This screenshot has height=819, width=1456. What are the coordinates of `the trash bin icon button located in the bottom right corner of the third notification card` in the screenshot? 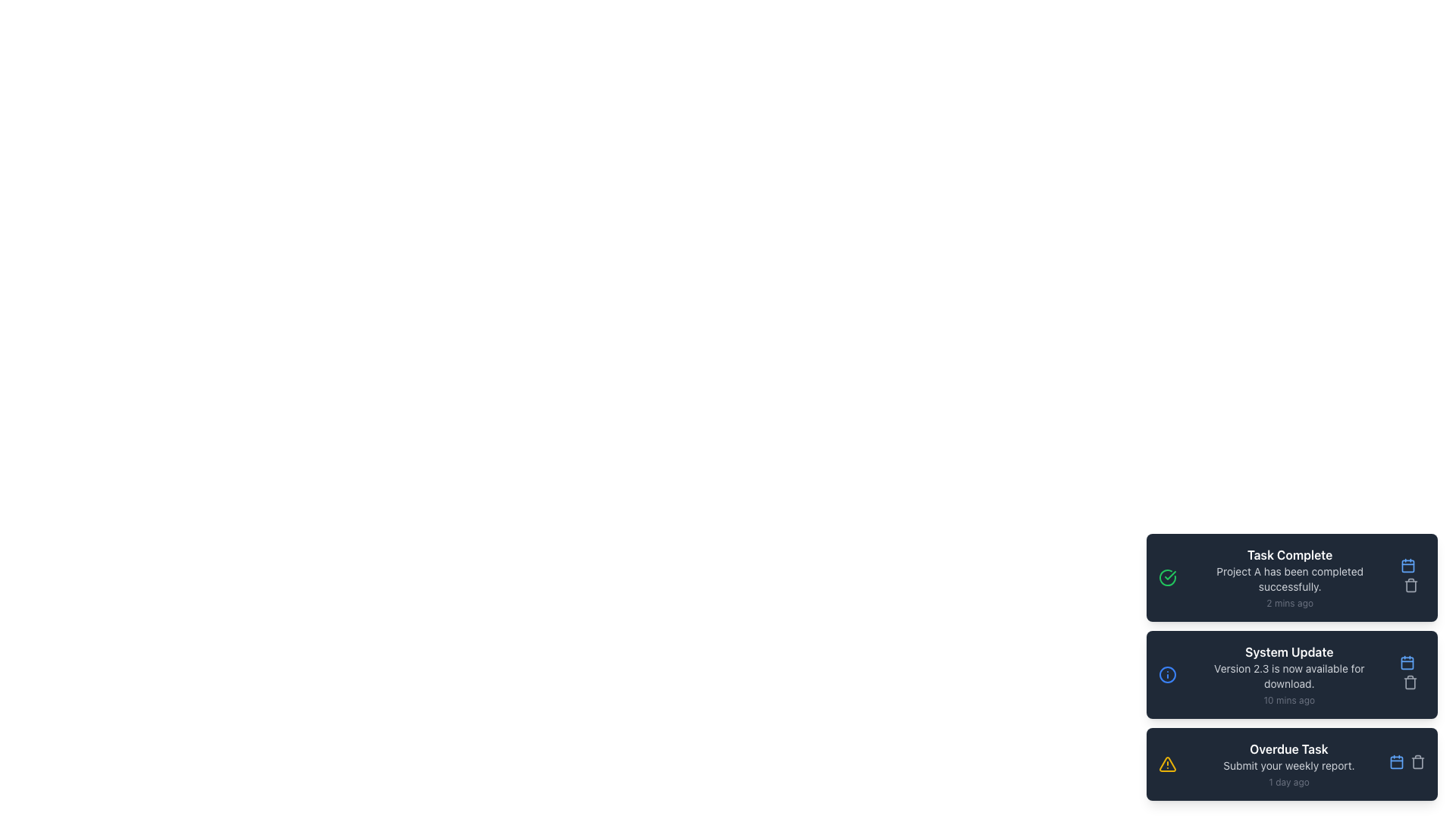 It's located at (1417, 762).